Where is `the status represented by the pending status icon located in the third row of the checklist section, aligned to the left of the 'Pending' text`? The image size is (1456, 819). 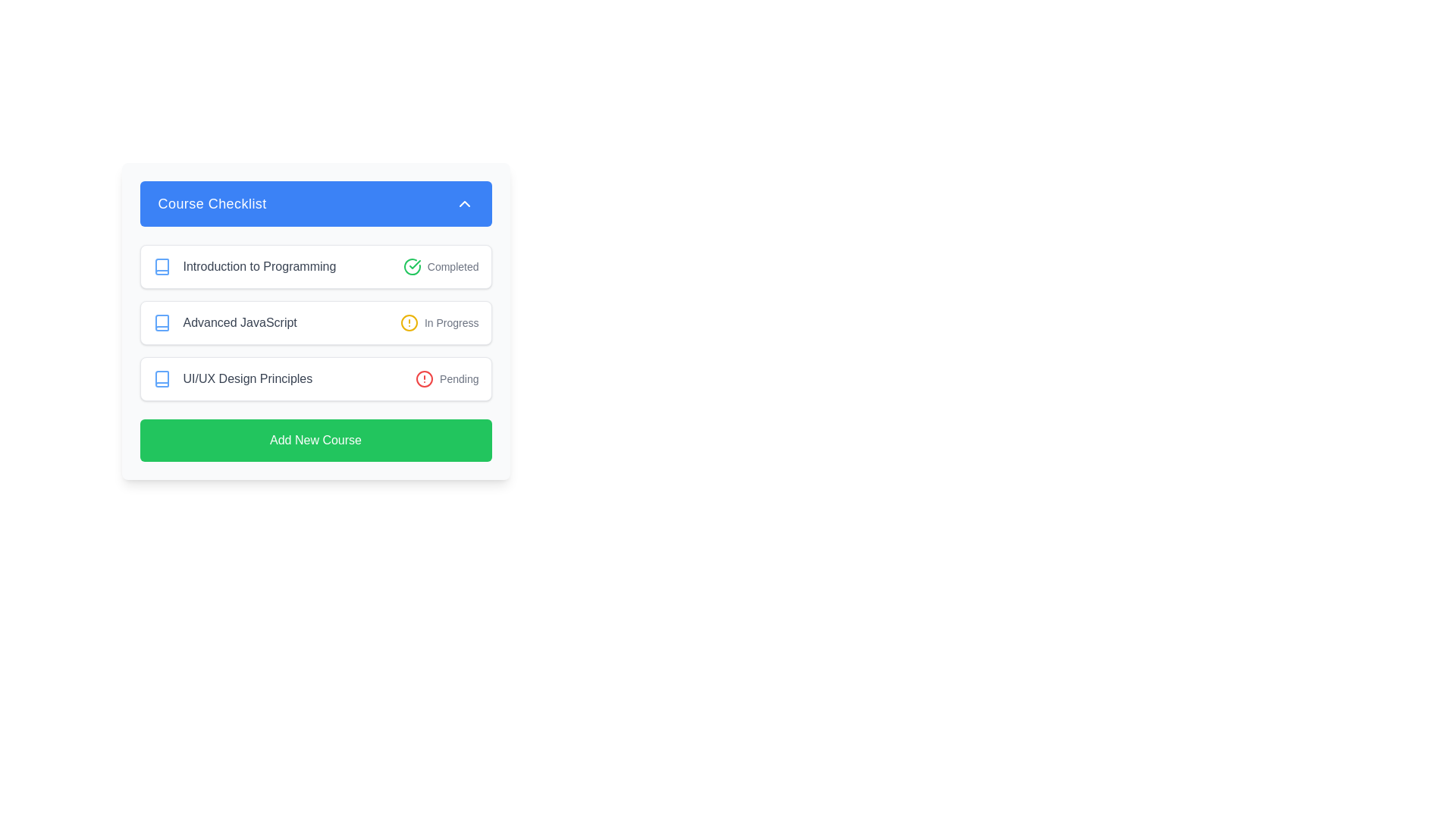 the status represented by the pending status icon located in the third row of the checklist section, aligned to the left of the 'Pending' text is located at coordinates (425, 378).